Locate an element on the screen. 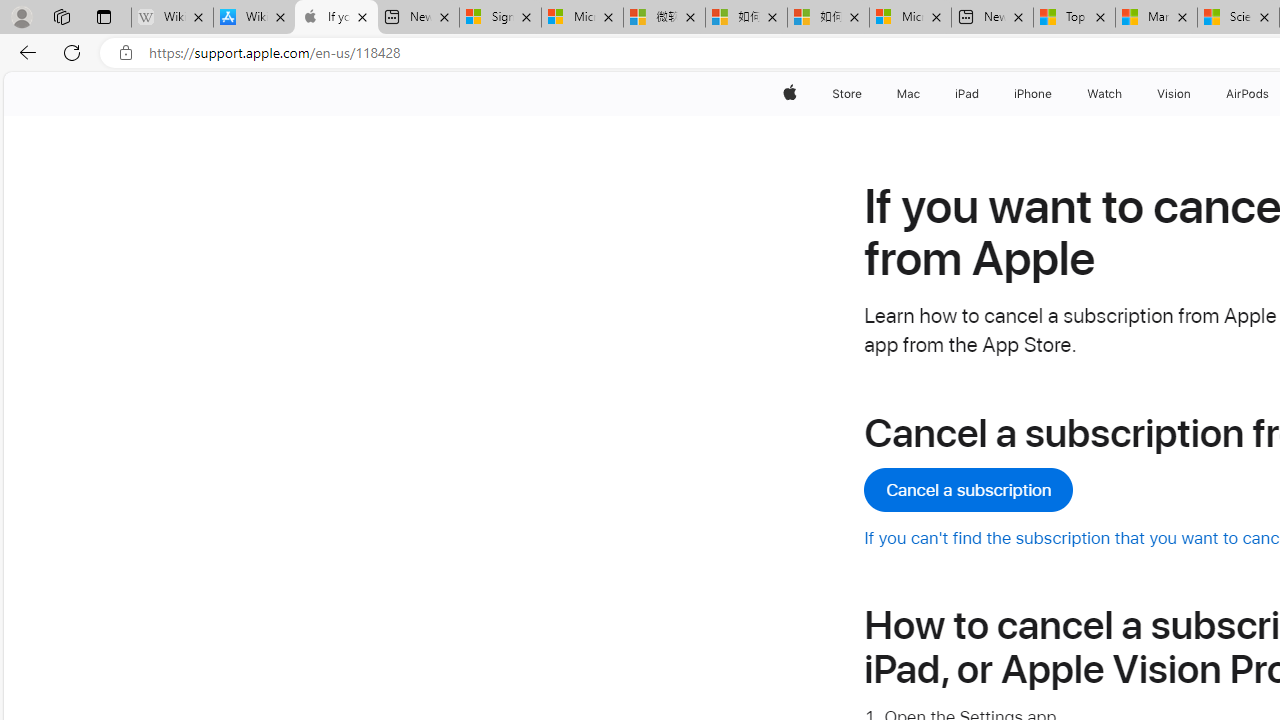 The height and width of the screenshot is (720, 1280). 'Marine life - MSN' is located at coordinates (1156, 17).